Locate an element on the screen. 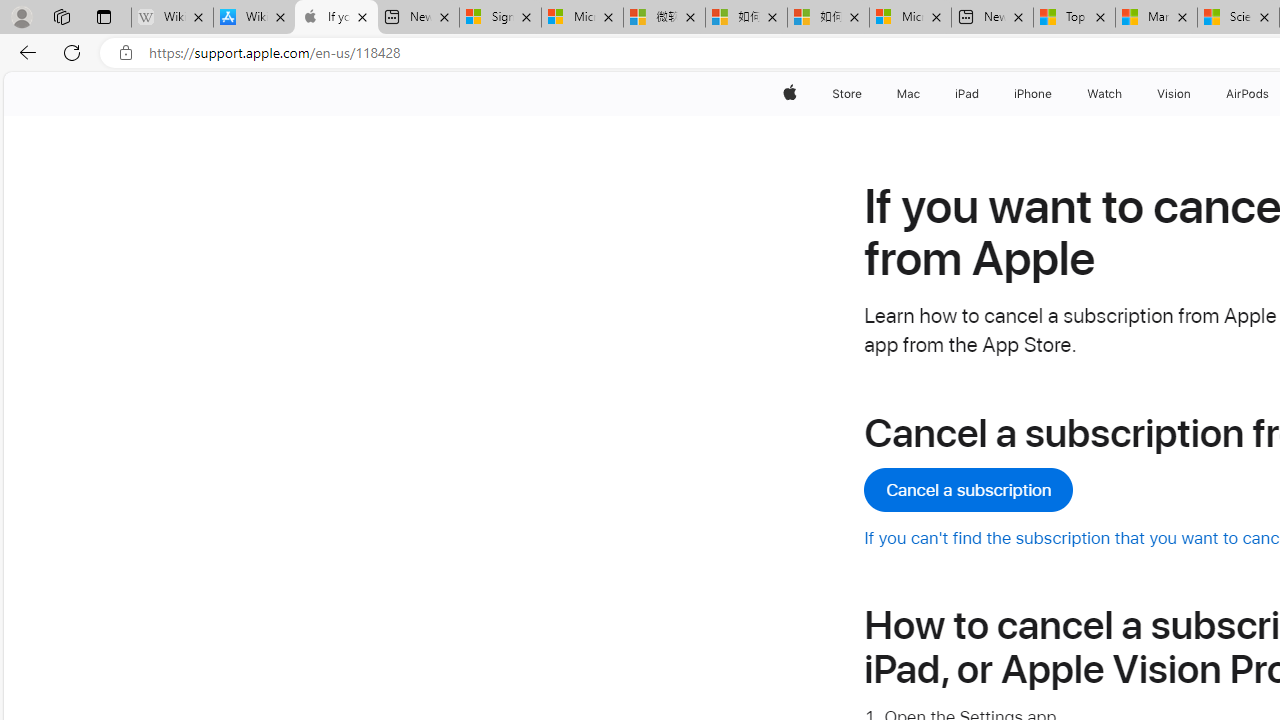 The height and width of the screenshot is (720, 1280). 'Marine life - MSN' is located at coordinates (1156, 17).